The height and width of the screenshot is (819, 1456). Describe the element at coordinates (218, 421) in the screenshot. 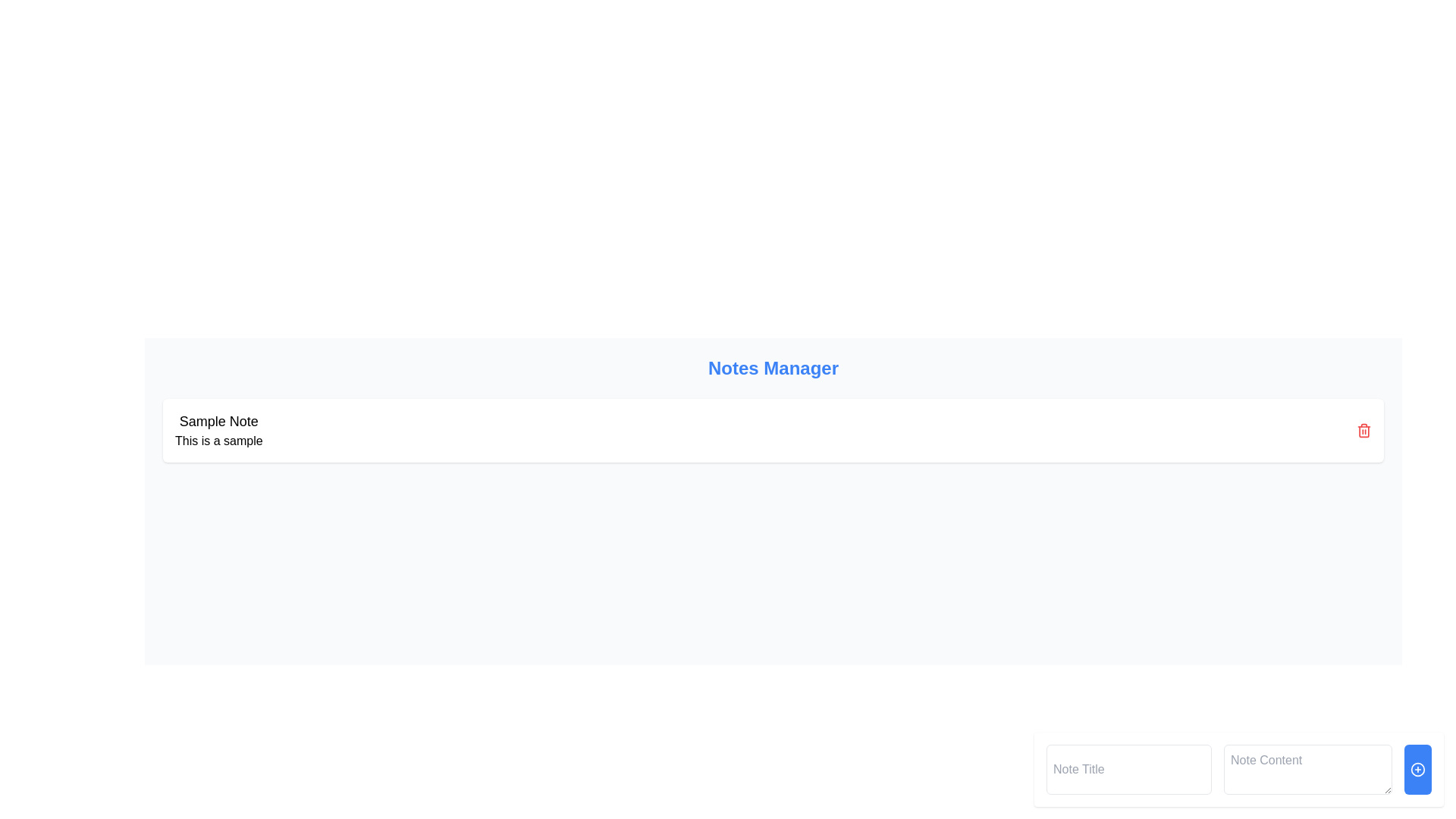

I see `the Text label that serves as the title or identifier for the associated card, positioned at the top of the rectangular white card` at that location.